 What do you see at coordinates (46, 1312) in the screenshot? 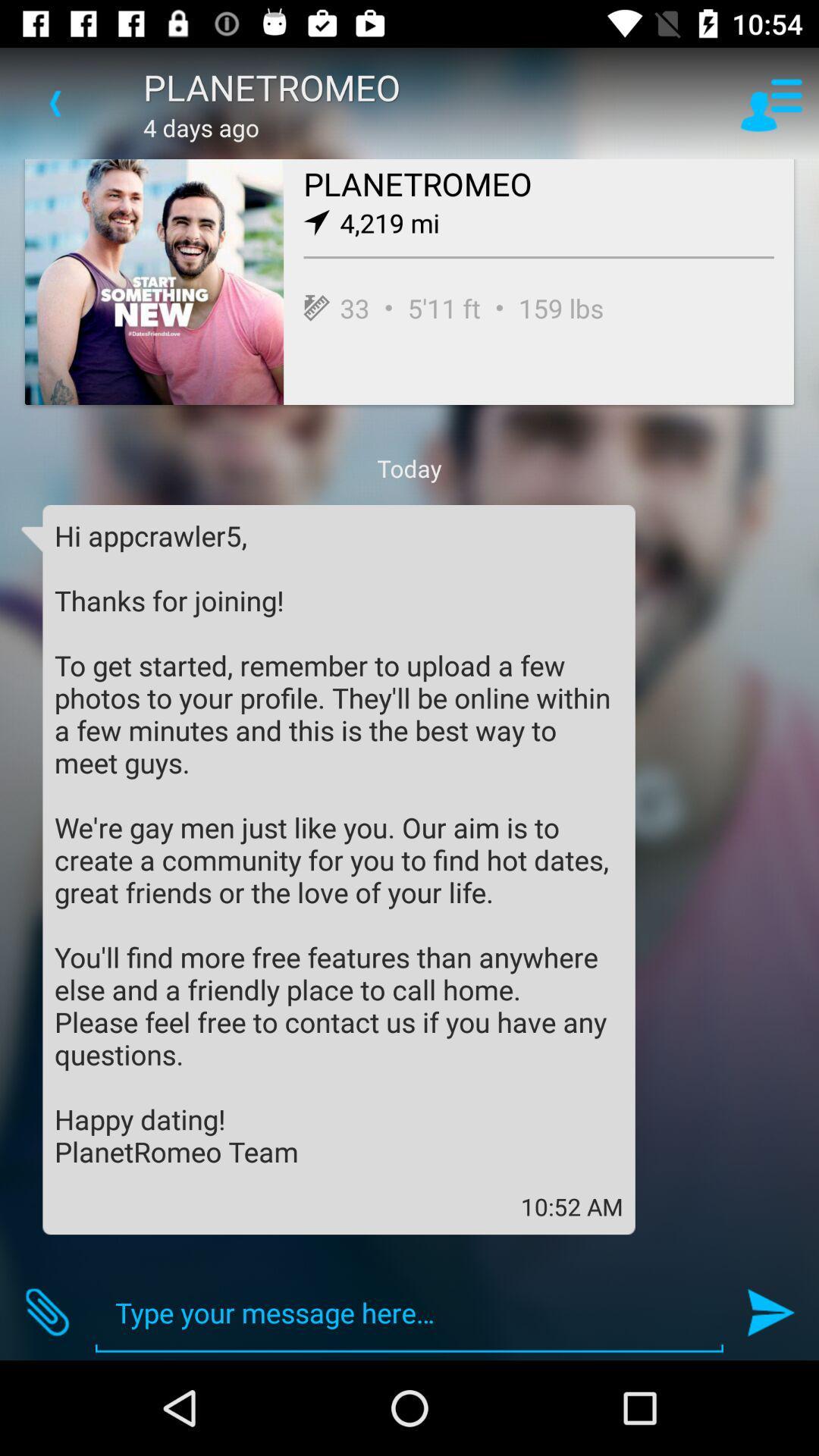
I see `the icon below the hi appcrawler5 thanks icon` at bounding box center [46, 1312].